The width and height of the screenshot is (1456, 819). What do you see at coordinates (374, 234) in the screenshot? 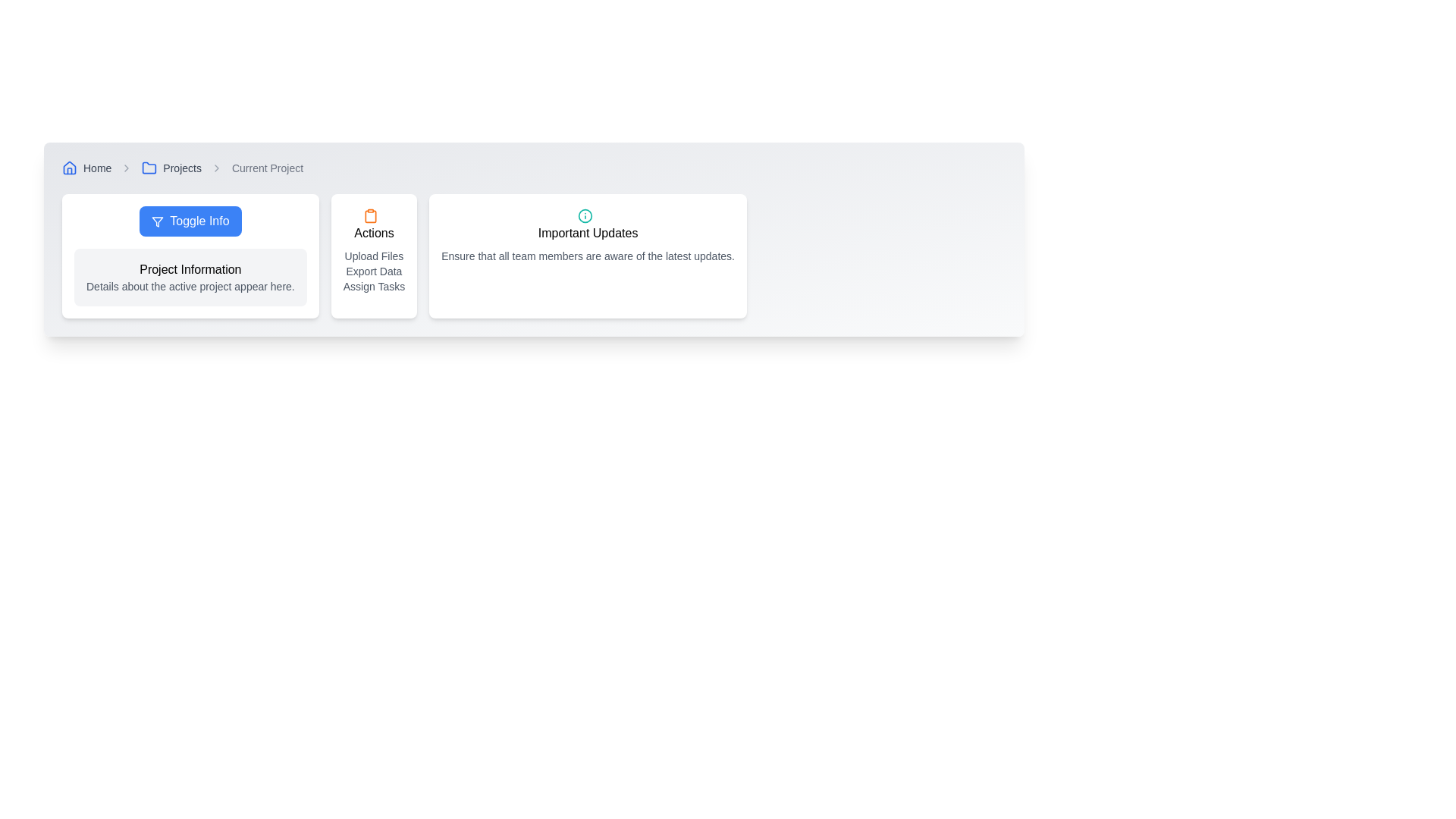
I see `the Text label that serves as a heading for the options 'Upload Files', 'Export Data', and 'Assign Tasks', located centrally within the second card of a three-card layout` at bounding box center [374, 234].